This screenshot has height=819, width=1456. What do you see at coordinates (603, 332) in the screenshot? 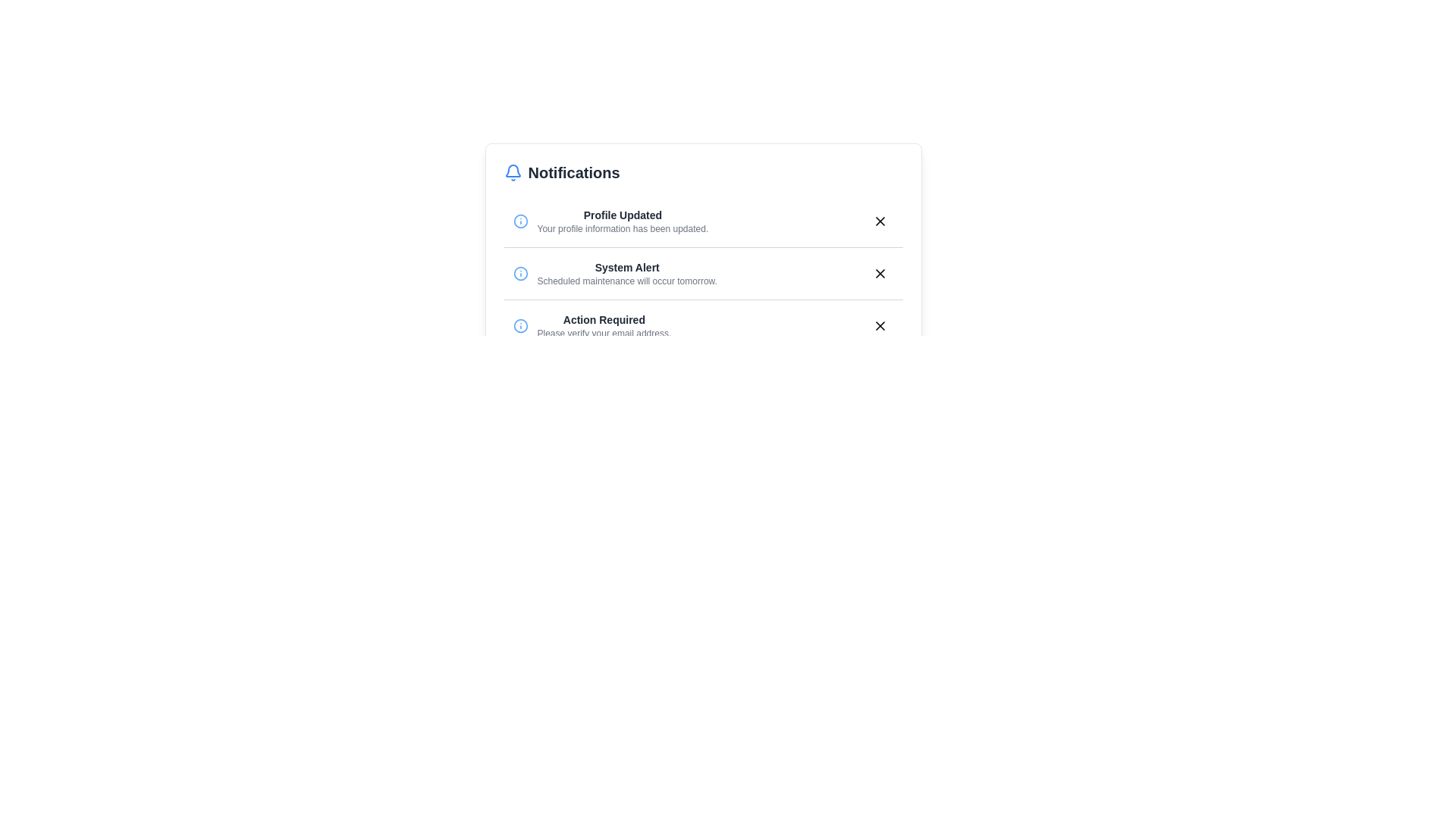
I see `static text displaying 'Please verify your email address.' located directly beneath the heading 'Action Required' in the right-hand portion of the content area` at bounding box center [603, 332].